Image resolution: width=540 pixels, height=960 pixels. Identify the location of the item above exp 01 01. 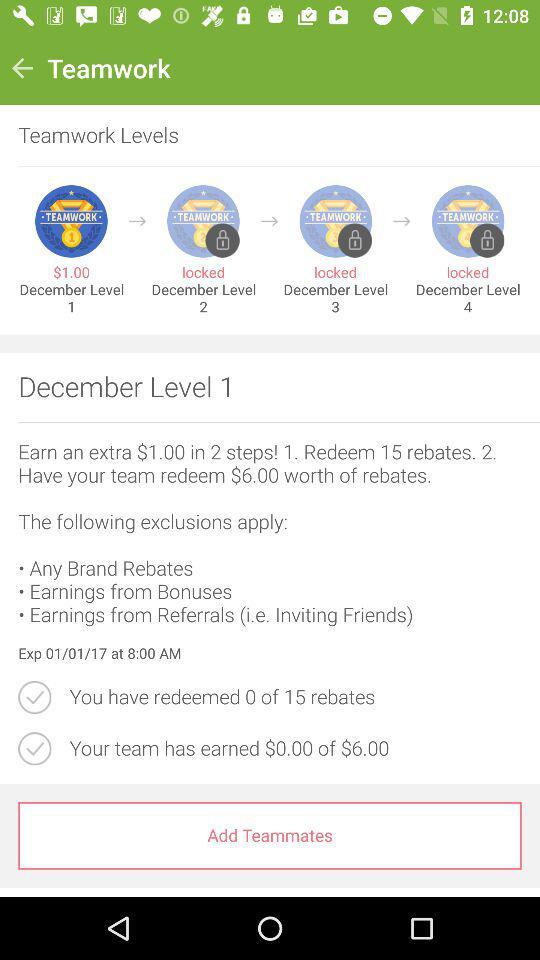
(270, 532).